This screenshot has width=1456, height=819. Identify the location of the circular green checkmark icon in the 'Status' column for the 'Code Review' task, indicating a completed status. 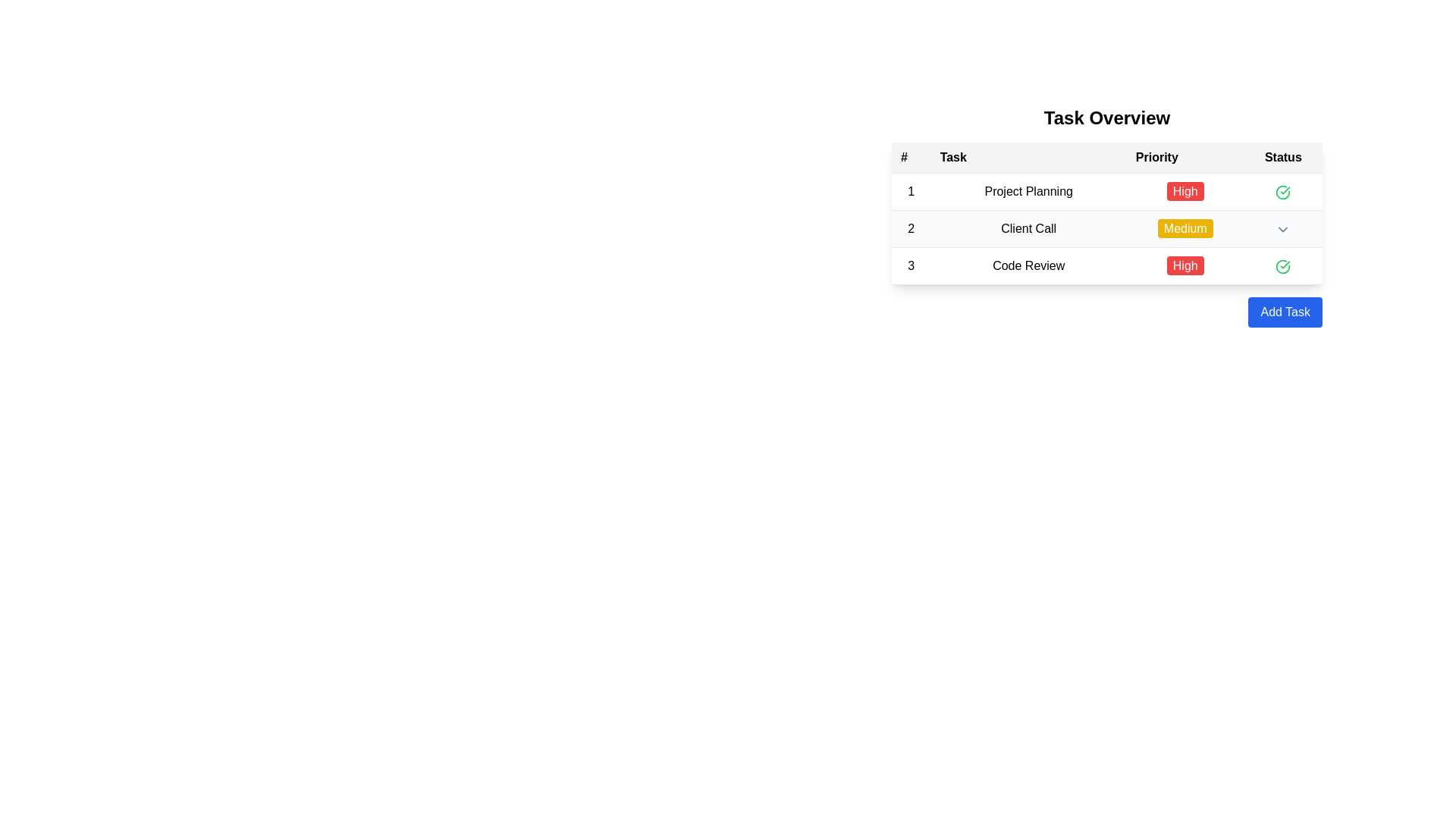
(1282, 265).